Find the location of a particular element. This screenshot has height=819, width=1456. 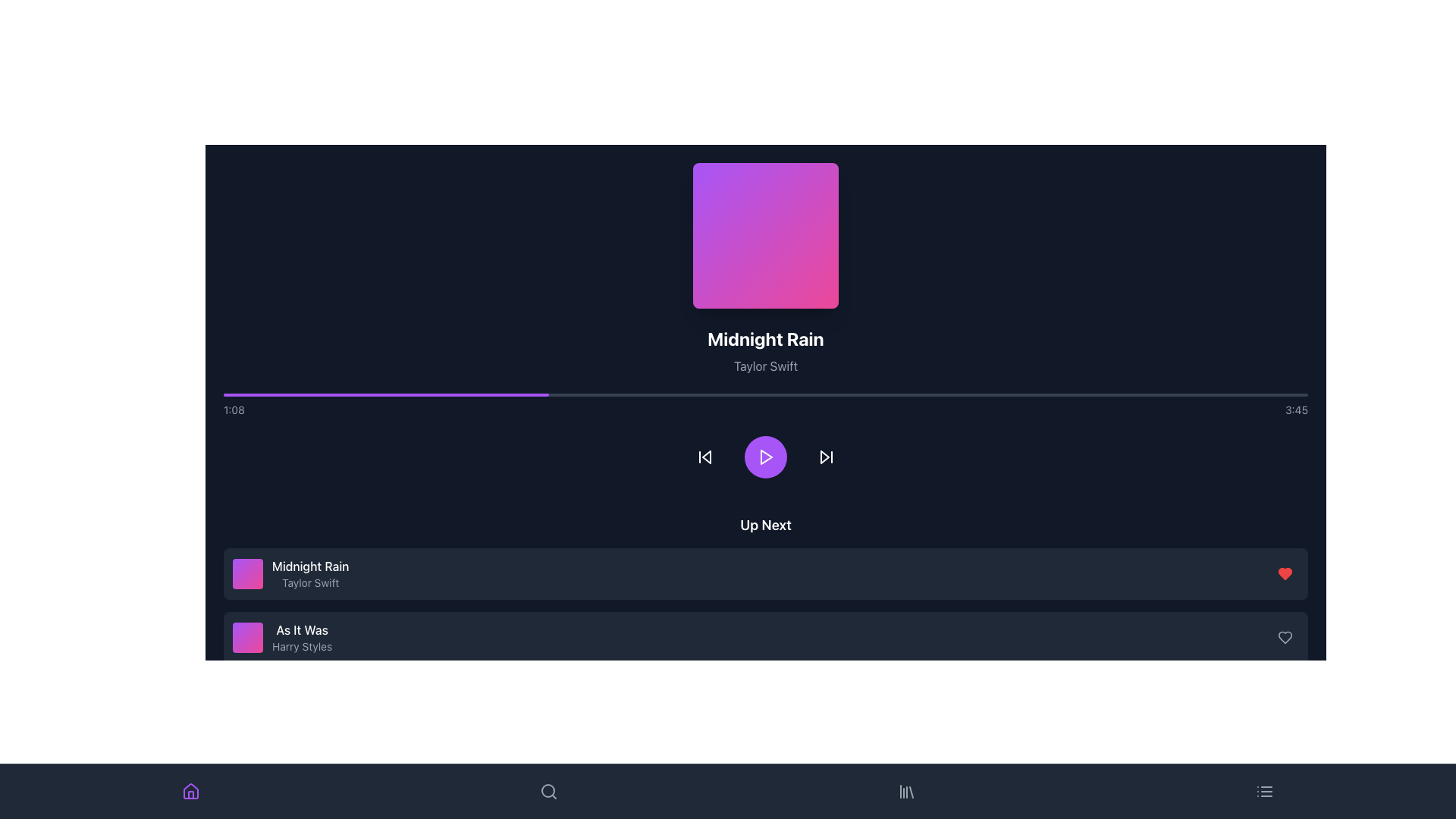

text from the second entry in the 'Up Next' list, which displays 'As It Was' by 'Harry Styles' is located at coordinates (302, 637).